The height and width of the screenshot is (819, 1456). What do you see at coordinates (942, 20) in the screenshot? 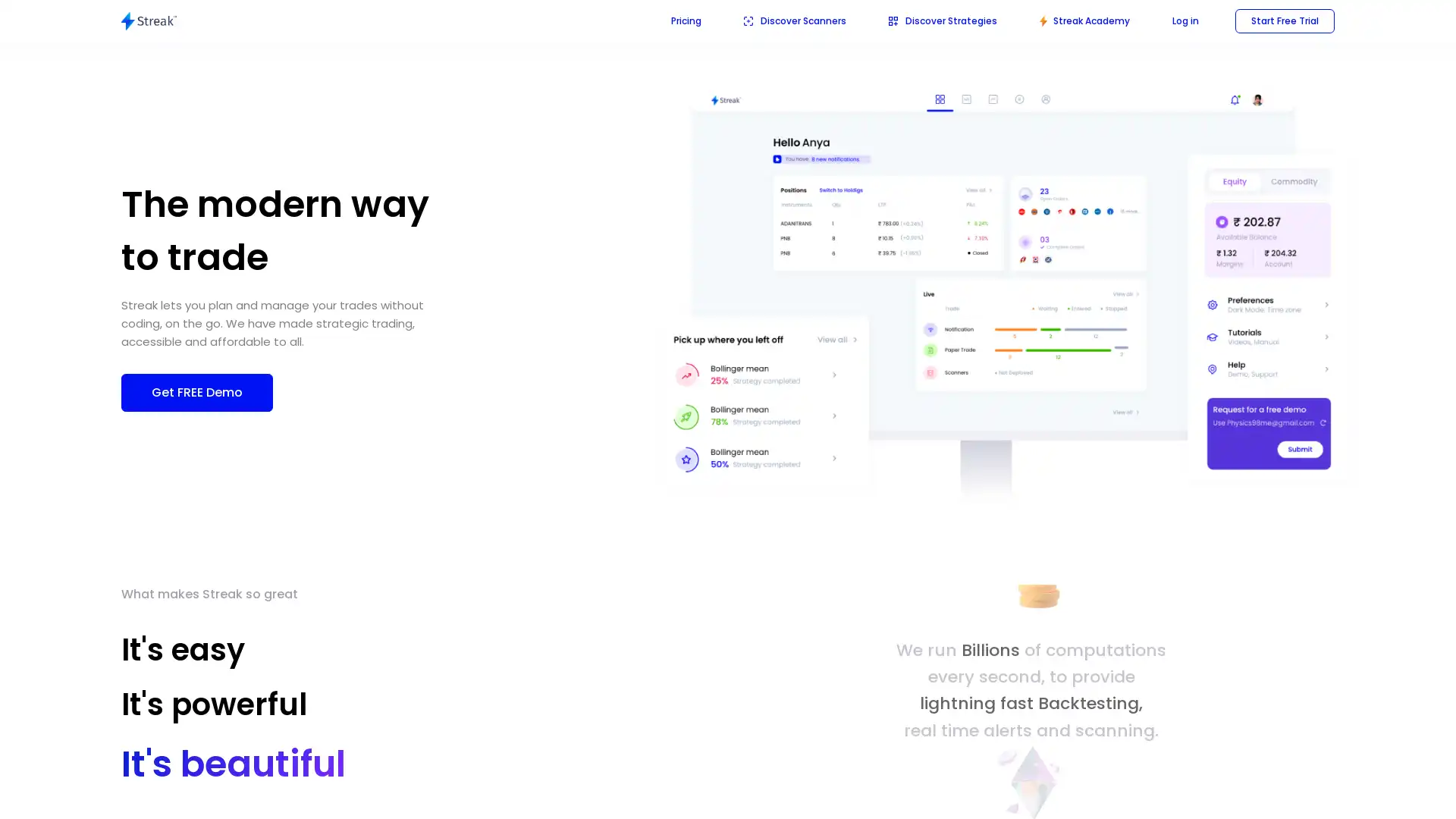
I see `Discover Strategies` at bounding box center [942, 20].